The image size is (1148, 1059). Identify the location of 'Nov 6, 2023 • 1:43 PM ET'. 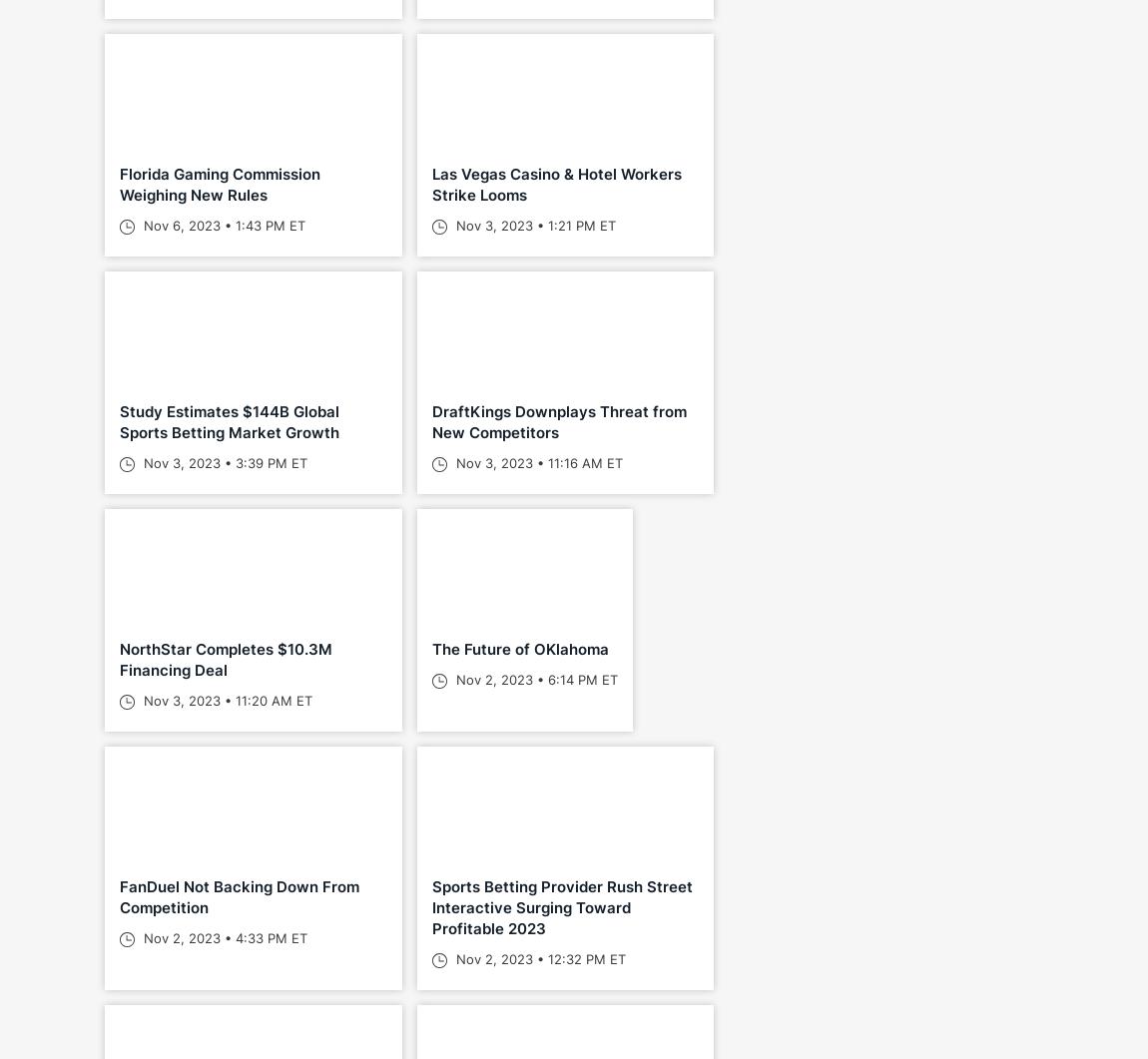
(221, 224).